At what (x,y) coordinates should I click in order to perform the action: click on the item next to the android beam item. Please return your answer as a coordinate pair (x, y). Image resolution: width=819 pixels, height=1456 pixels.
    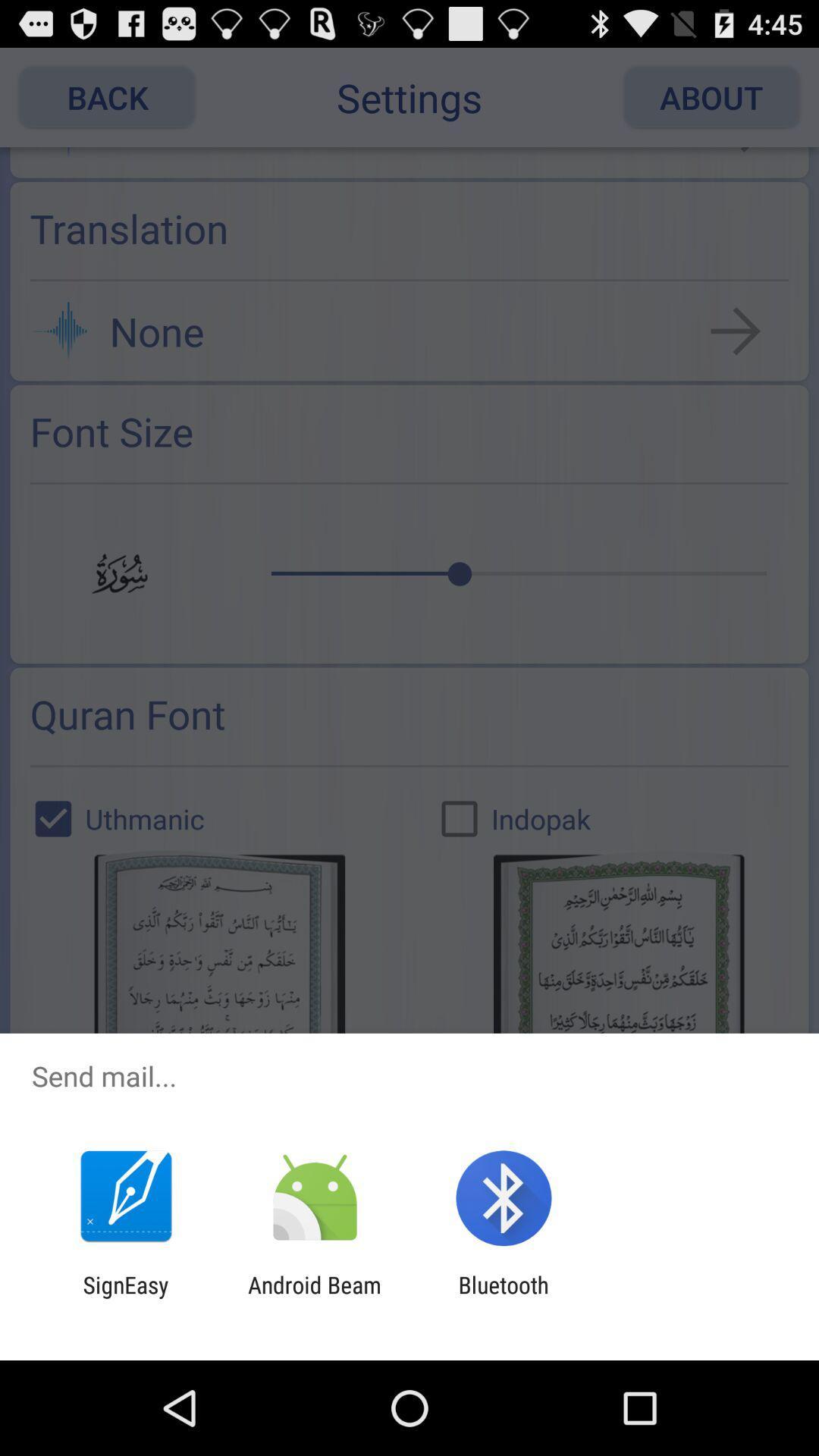
    Looking at the image, I should click on (125, 1298).